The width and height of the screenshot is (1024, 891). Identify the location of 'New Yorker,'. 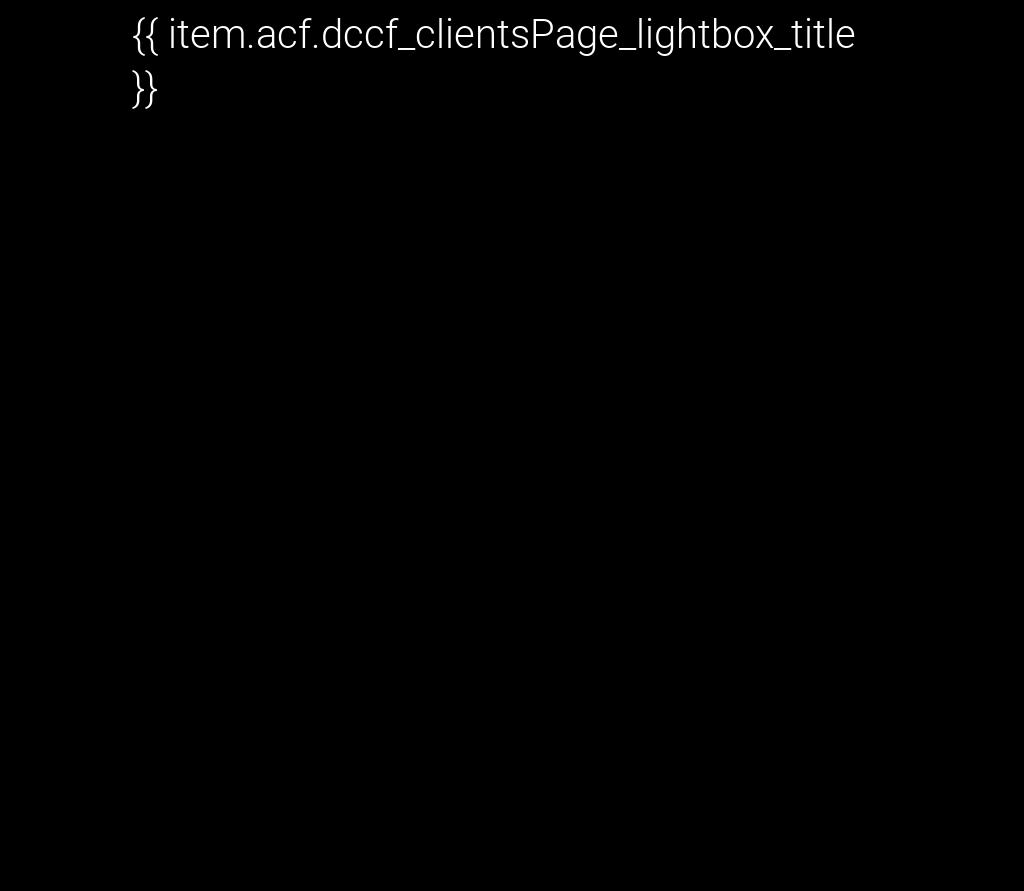
(214, 440).